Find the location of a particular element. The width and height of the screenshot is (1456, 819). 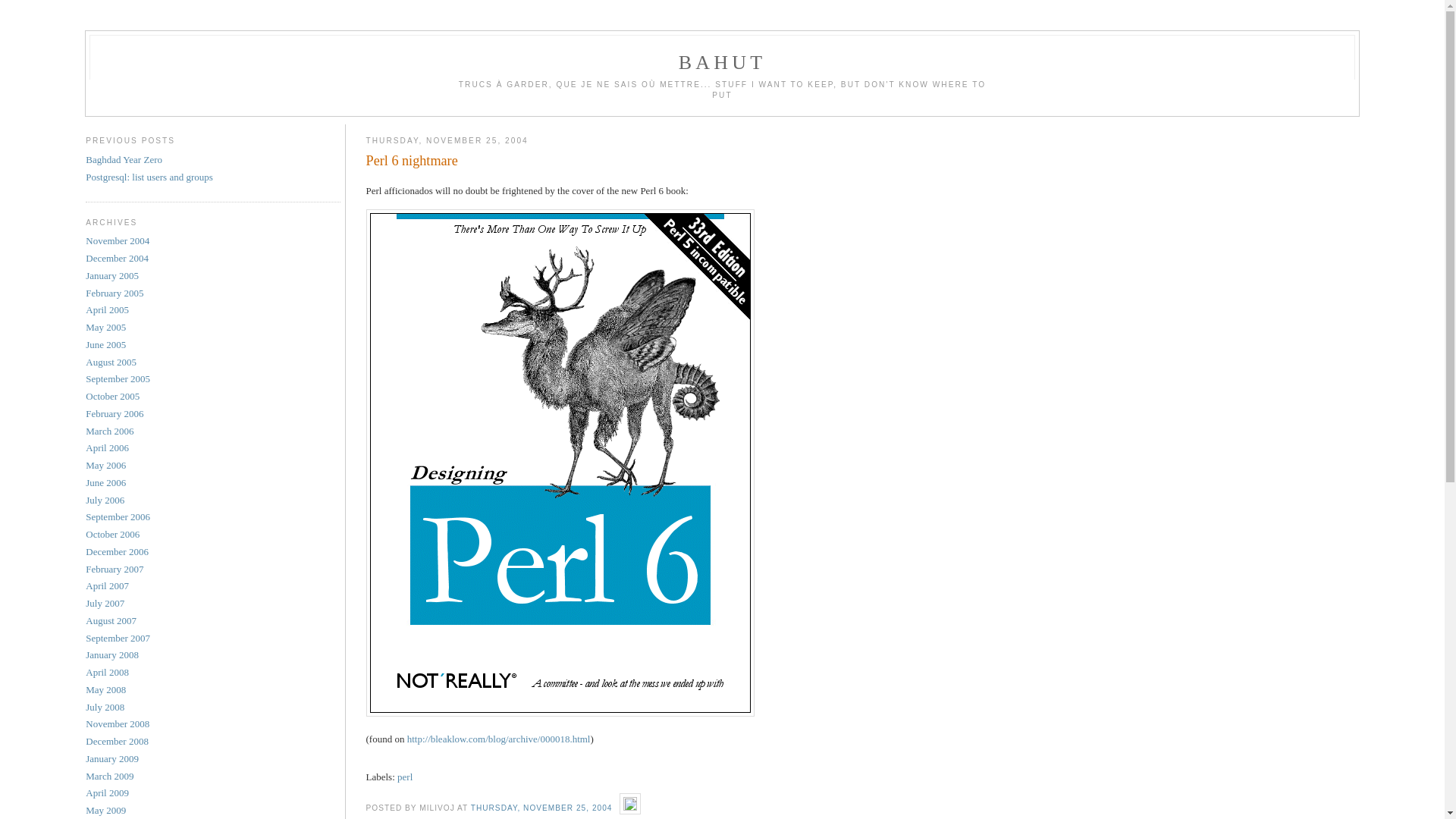

'June 2006' is located at coordinates (85, 482).